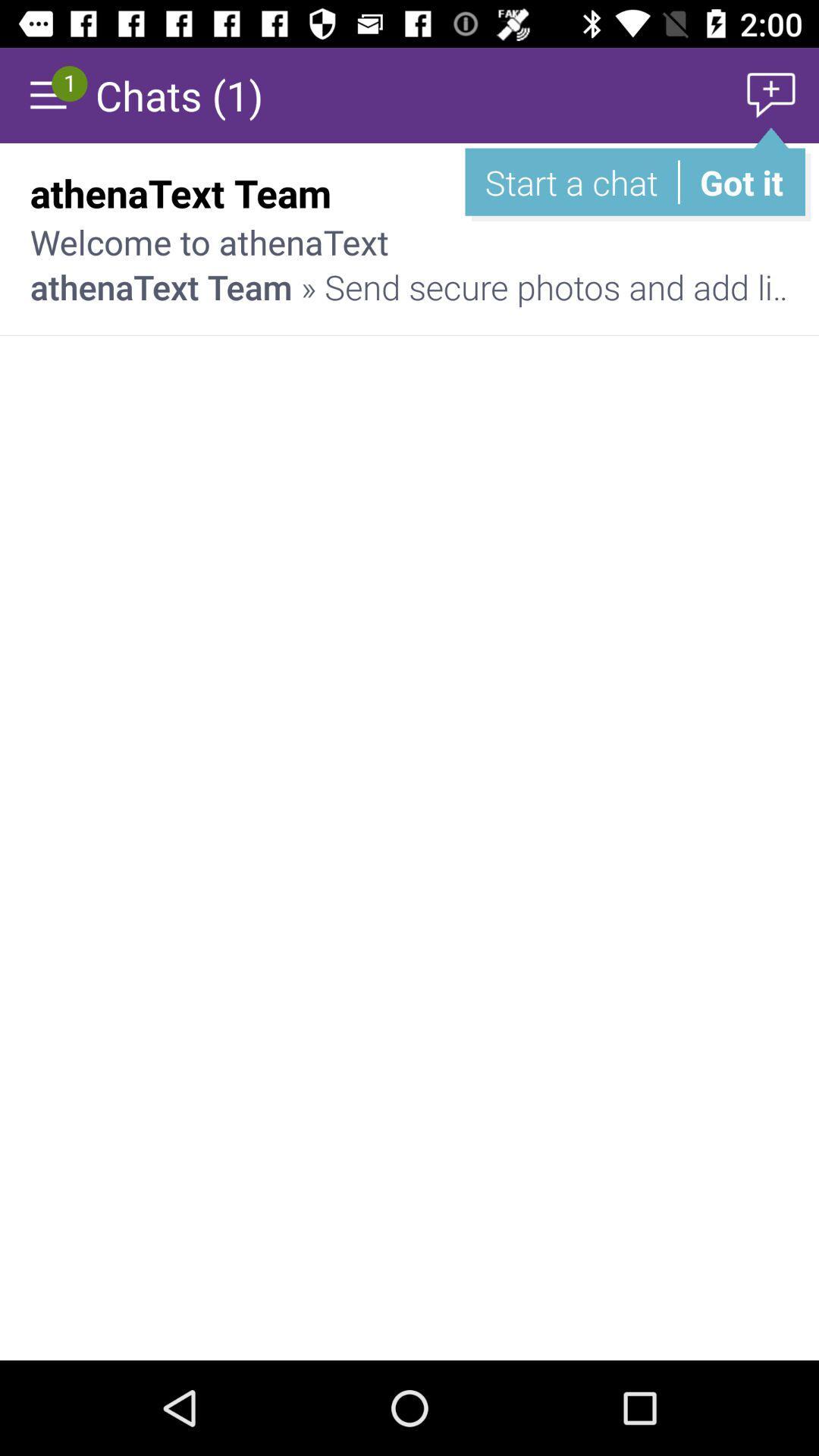 The width and height of the screenshot is (819, 1456). Describe the element at coordinates (735, 192) in the screenshot. I see `the icon to the right of athenatext team icon` at that location.